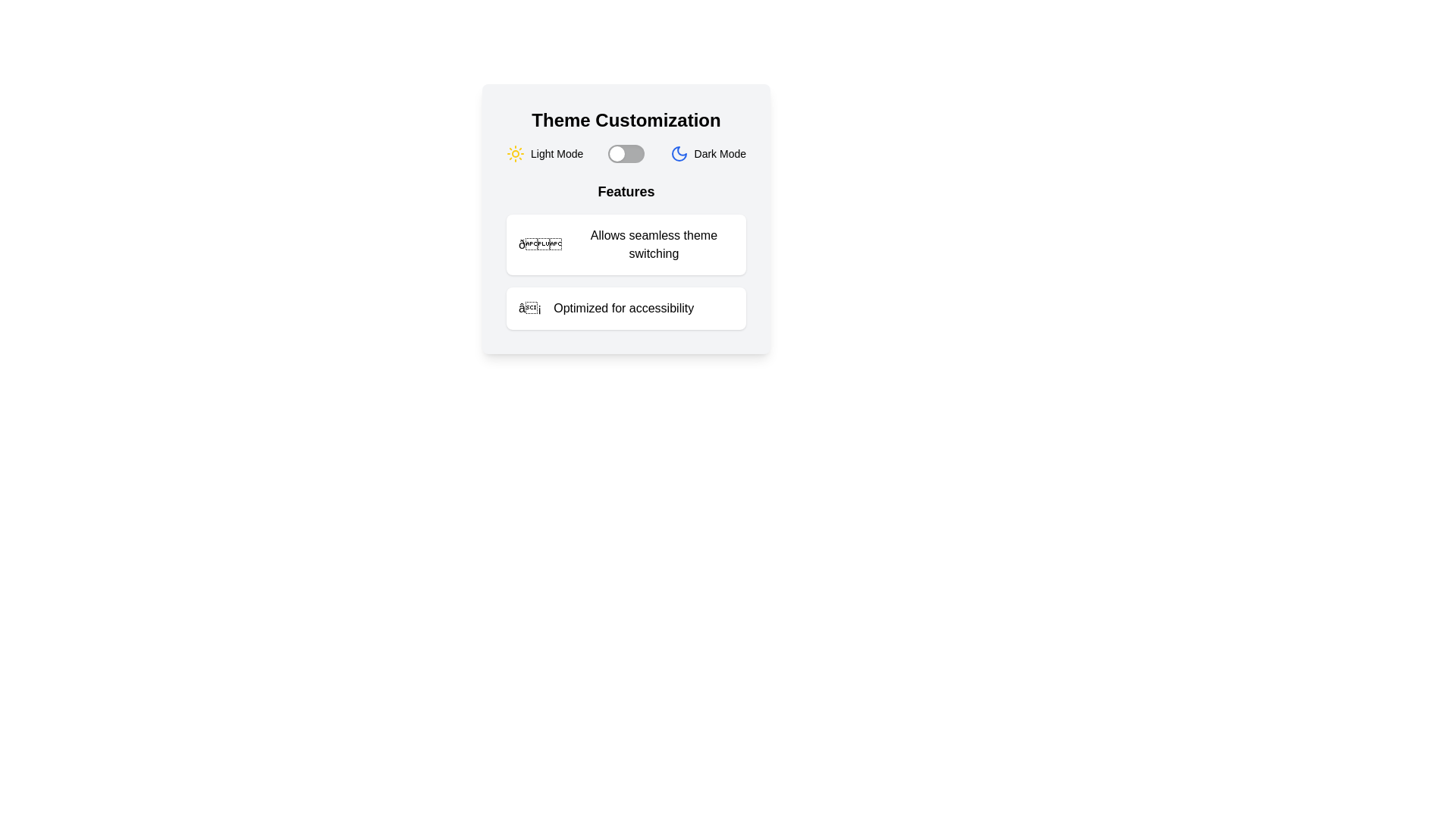 This screenshot has height=819, width=1456. What do you see at coordinates (544, 154) in the screenshot?
I see `the label with icon that provides information about the current theme setting, located in the 'Theme Customization' section, to the left of the toggle switch` at bounding box center [544, 154].